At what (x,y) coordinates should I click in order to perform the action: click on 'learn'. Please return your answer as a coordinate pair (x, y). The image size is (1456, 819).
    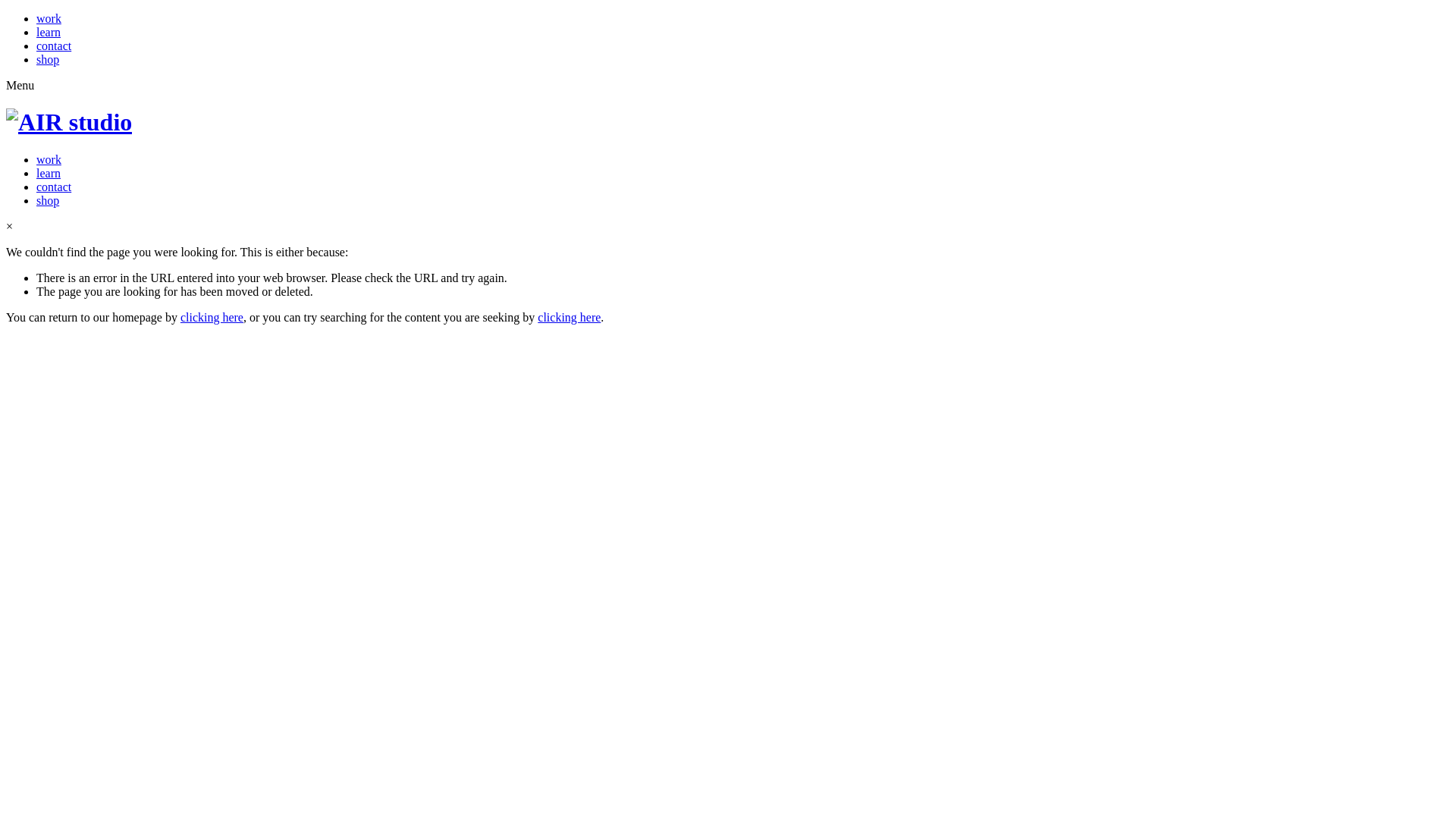
    Looking at the image, I should click on (48, 172).